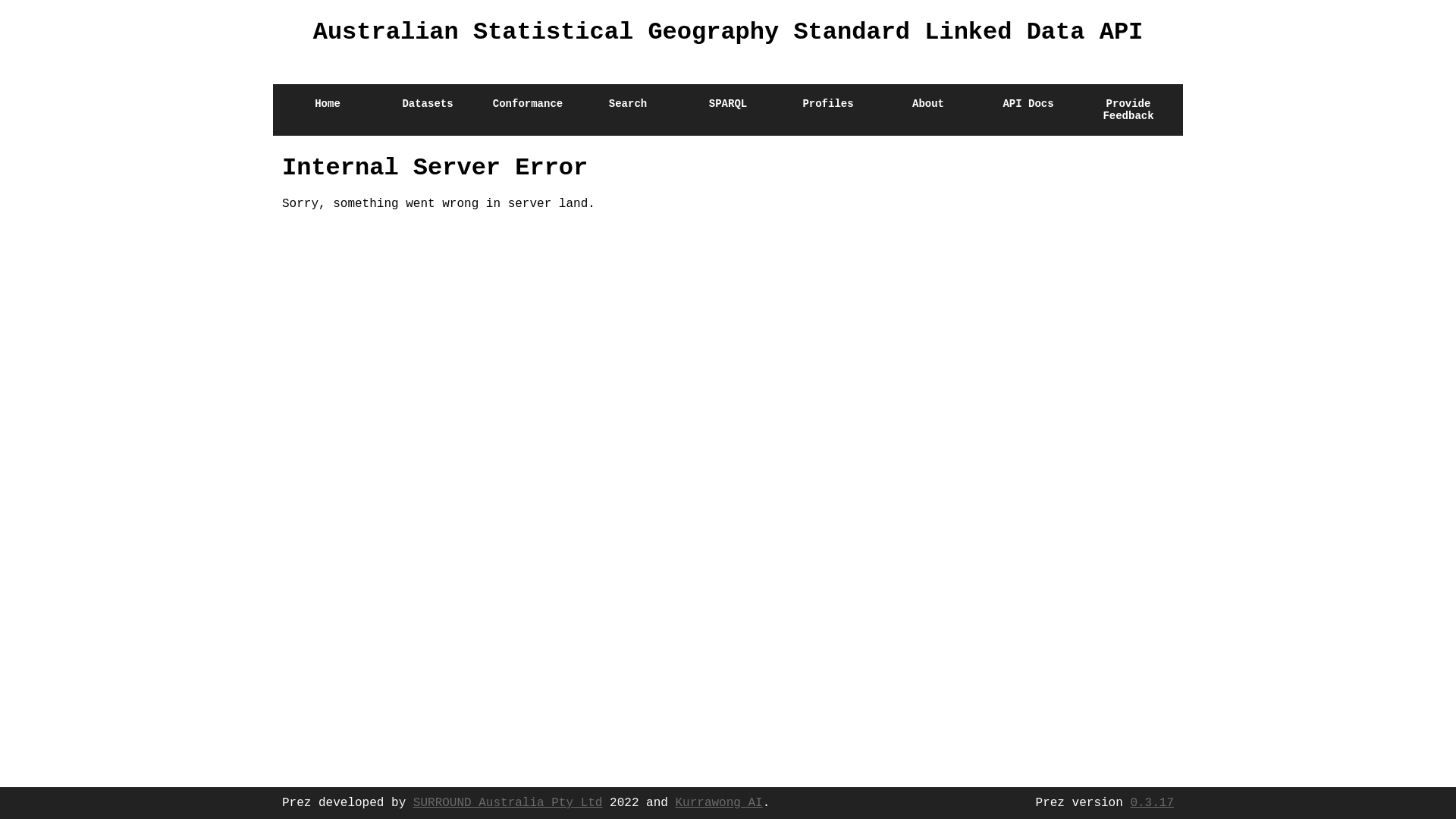 The height and width of the screenshot is (819, 1456). Describe the element at coordinates (427, 109) in the screenshot. I see `'Datasets'` at that location.